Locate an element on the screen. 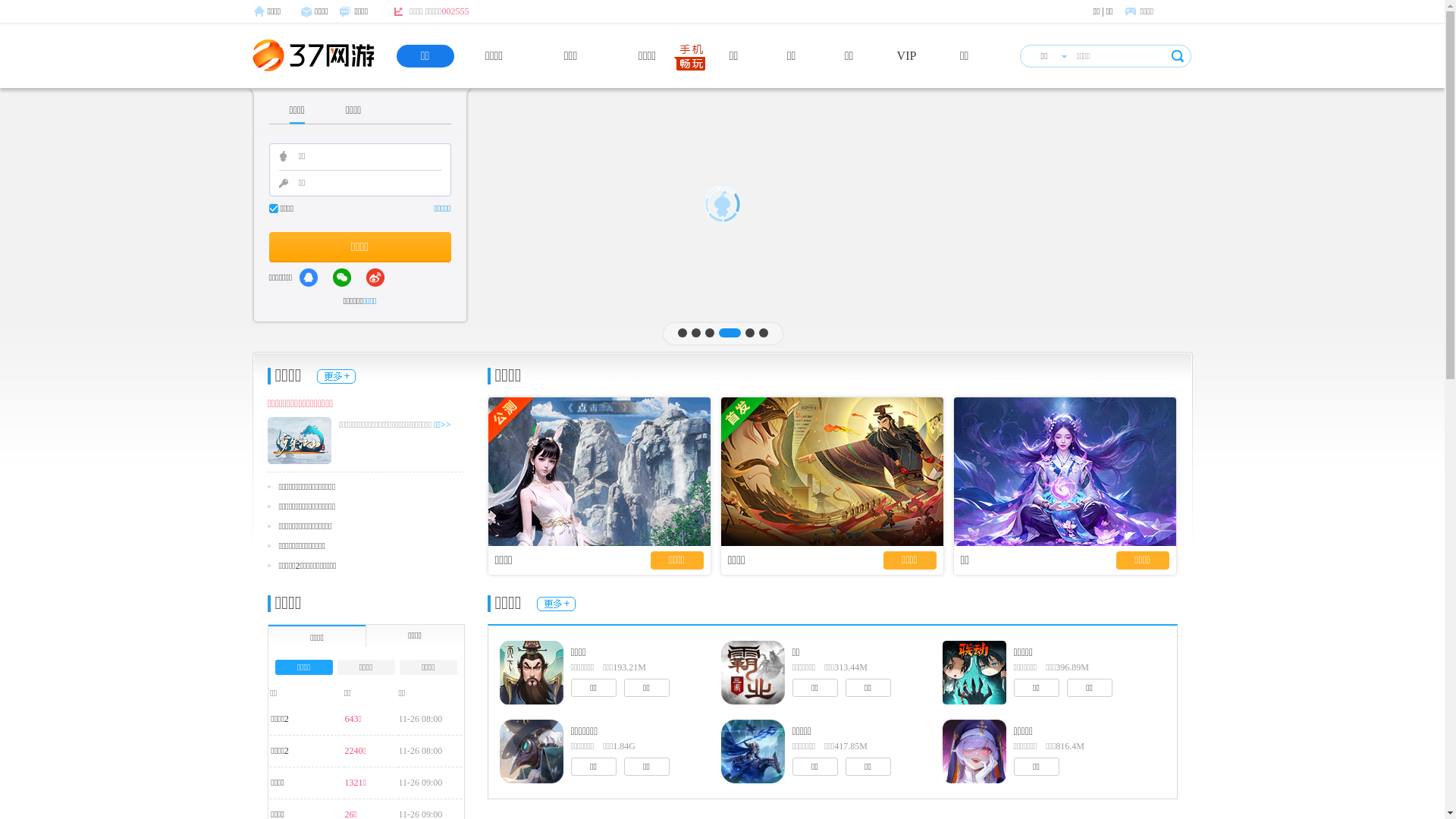  'QQ' is located at coordinates (308, 278).